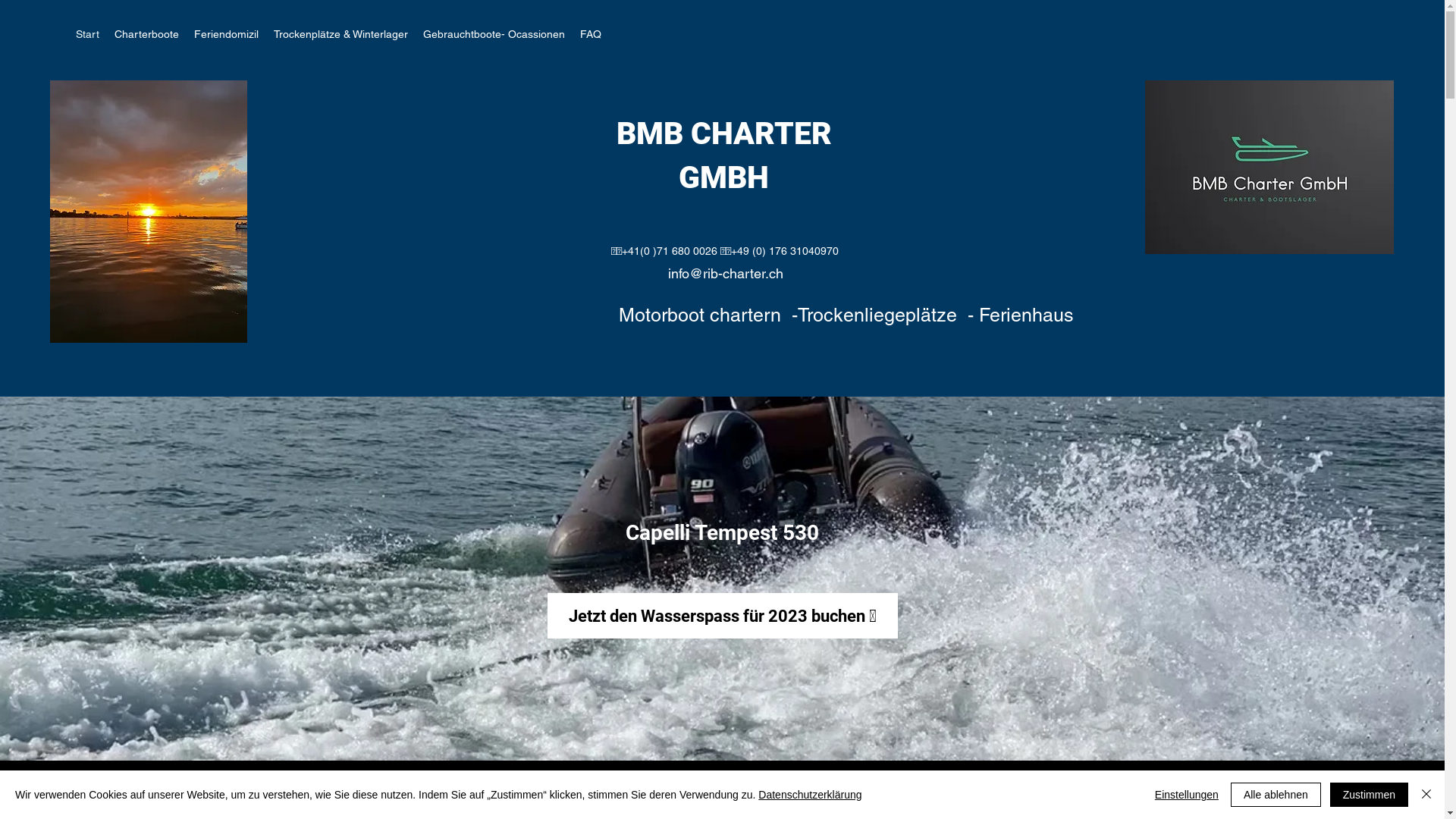 The height and width of the screenshot is (819, 1456). I want to click on 'FAQ', so click(571, 34).